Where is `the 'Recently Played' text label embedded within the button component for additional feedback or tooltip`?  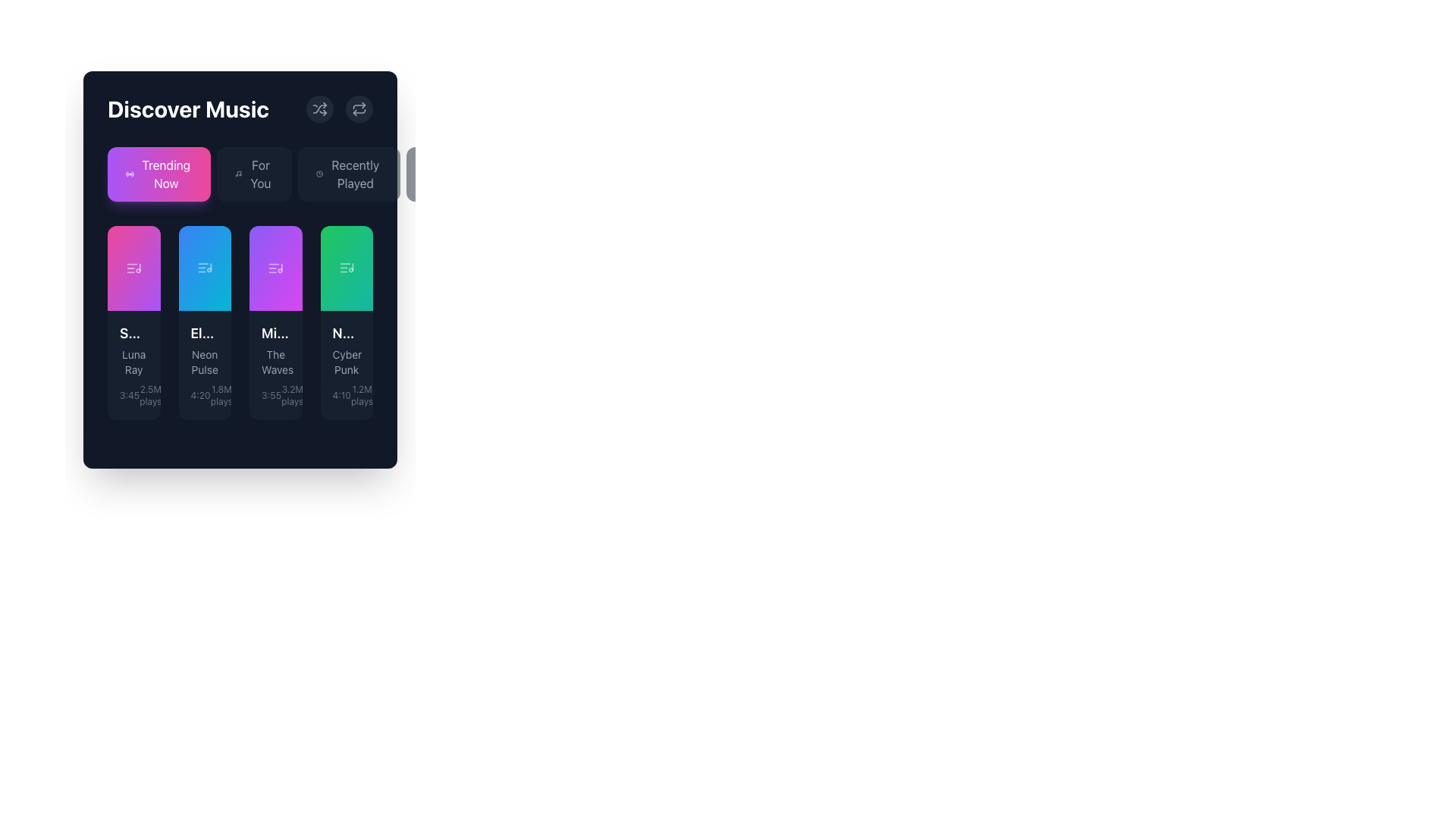 the 'Recently Played' text label embedded within the button component for additional feedback or tooltip is located at coordinates (354, 174).